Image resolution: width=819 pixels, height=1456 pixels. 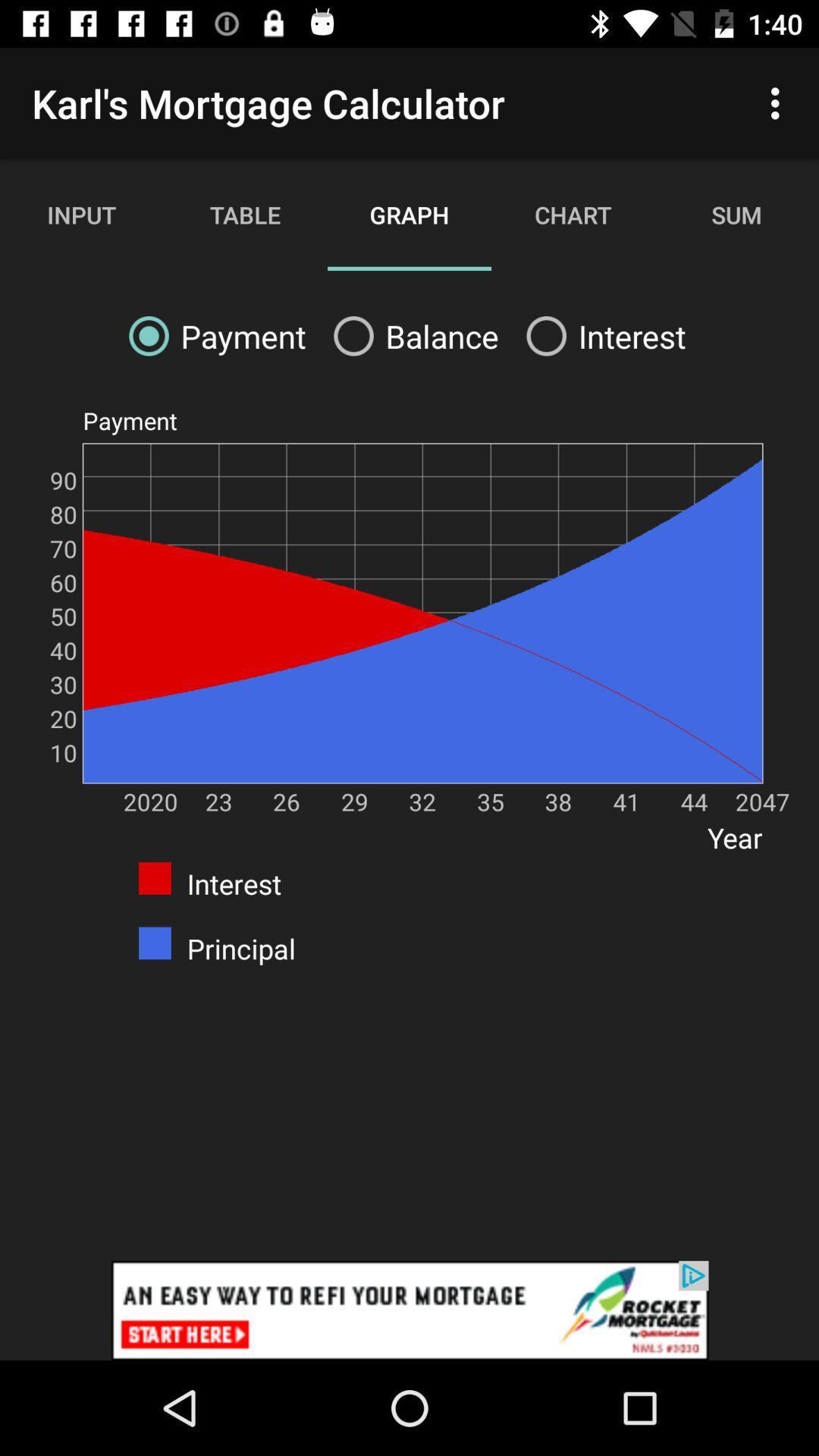 What do you see at coordinates (409, 1310) in the screenshot?
I see `click discriiption` at bounding box center [409, 1310].